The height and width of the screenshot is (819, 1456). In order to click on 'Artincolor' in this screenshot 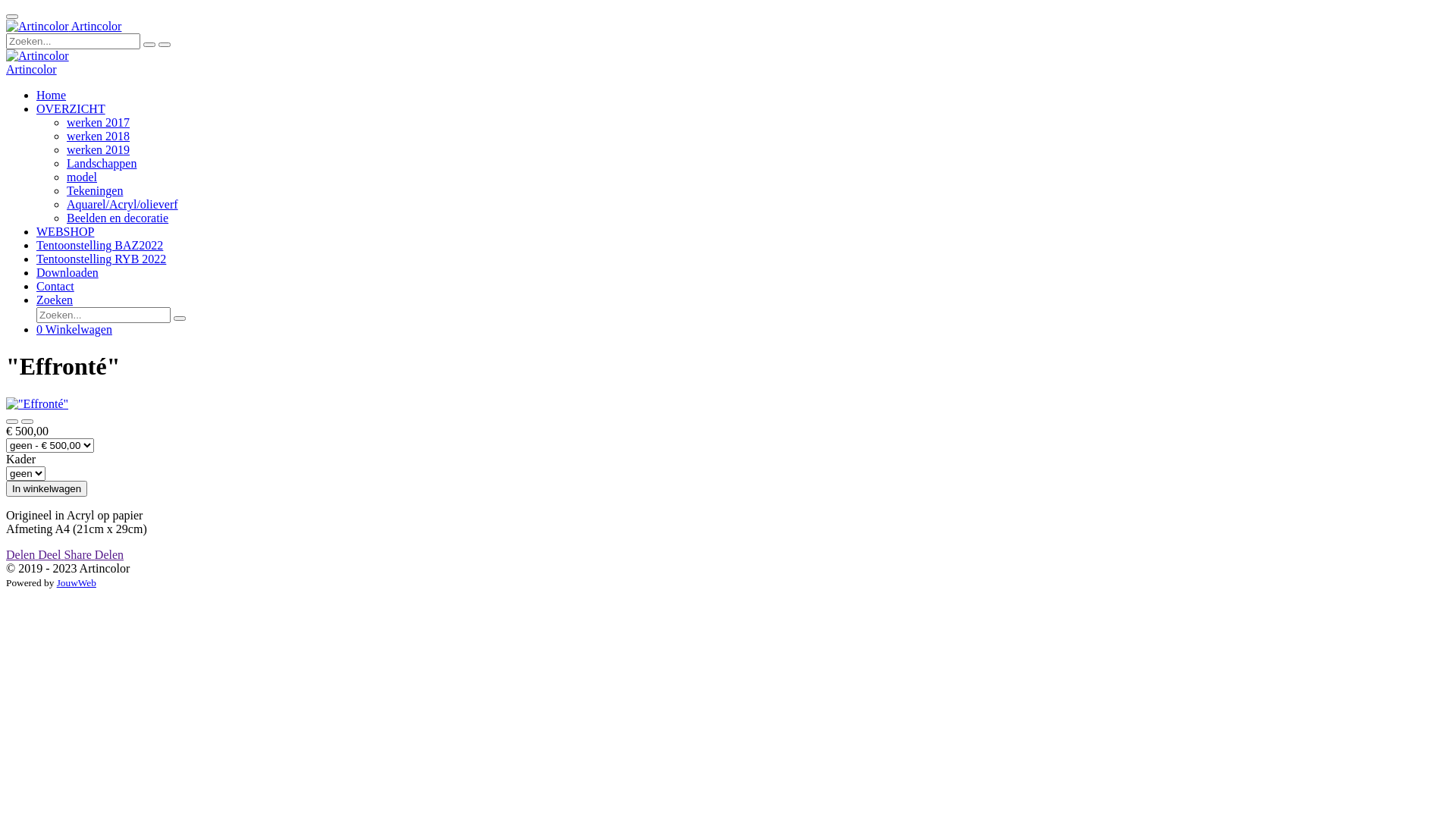, I will do `click(31, 69)`.